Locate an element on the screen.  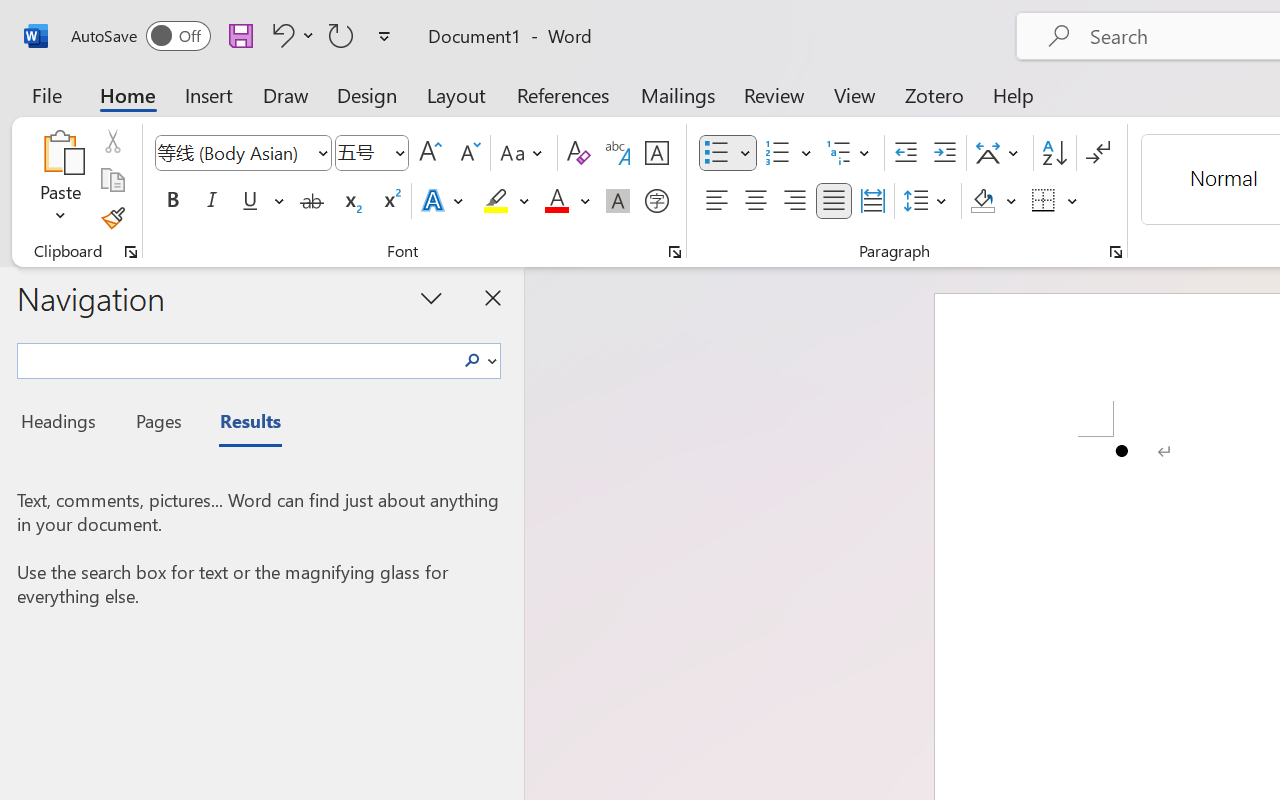
'Headings' is located at coordinates (65, 424).